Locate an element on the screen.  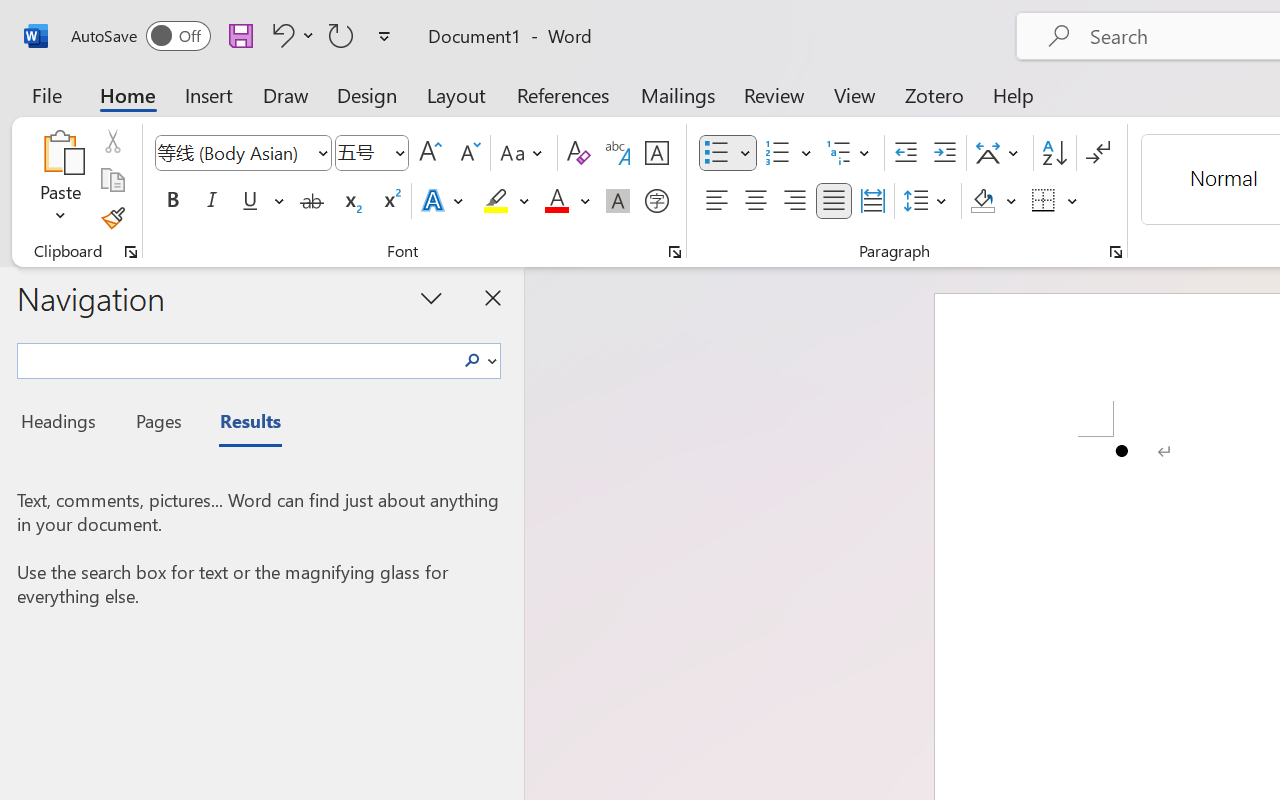
'Headings' is located at coordinates (65, 424).